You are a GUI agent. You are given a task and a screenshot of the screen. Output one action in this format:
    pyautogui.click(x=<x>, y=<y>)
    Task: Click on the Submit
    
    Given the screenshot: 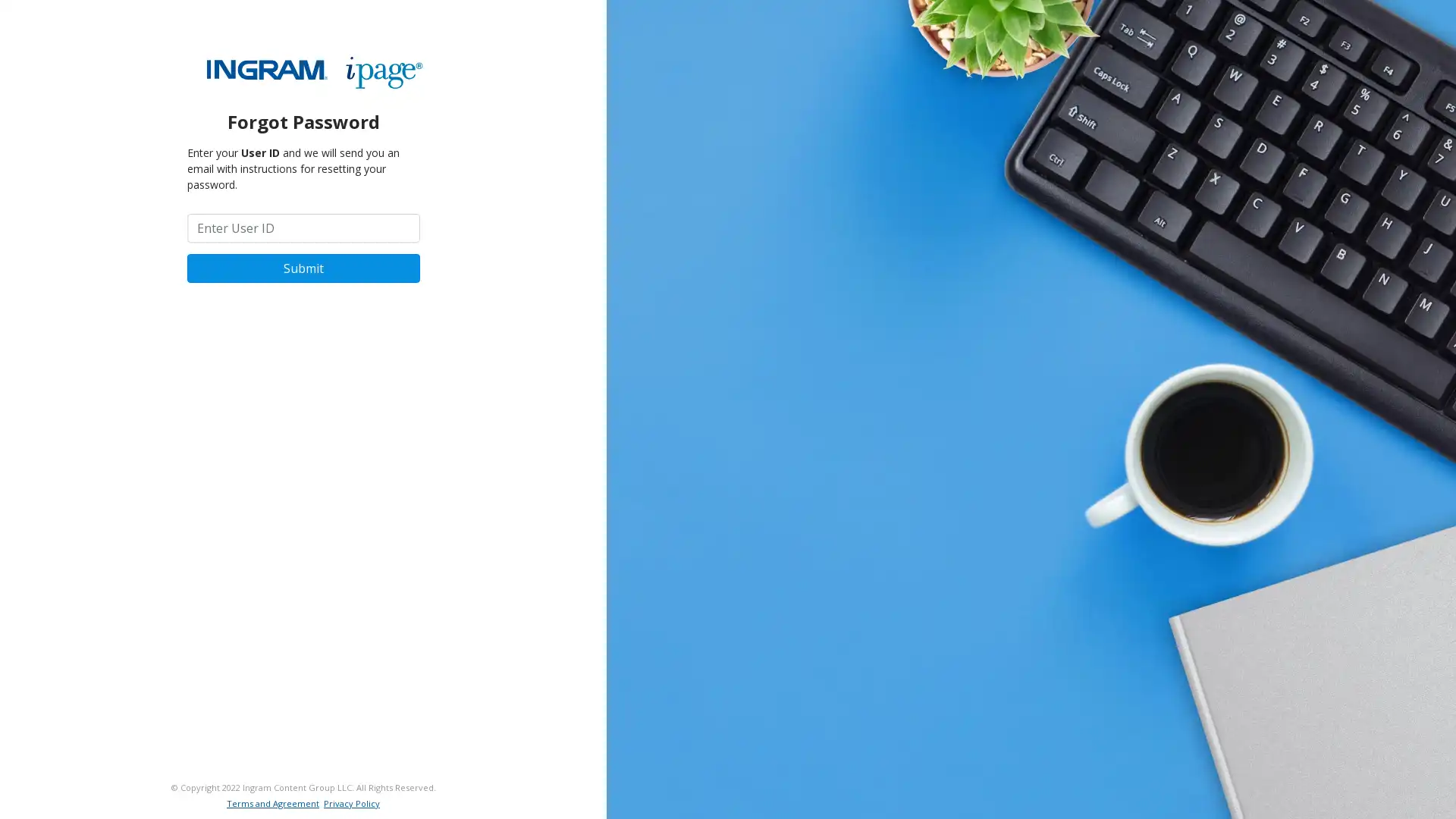 What is the action you would take?
    pyautogui.click(x=303, y=267)
    